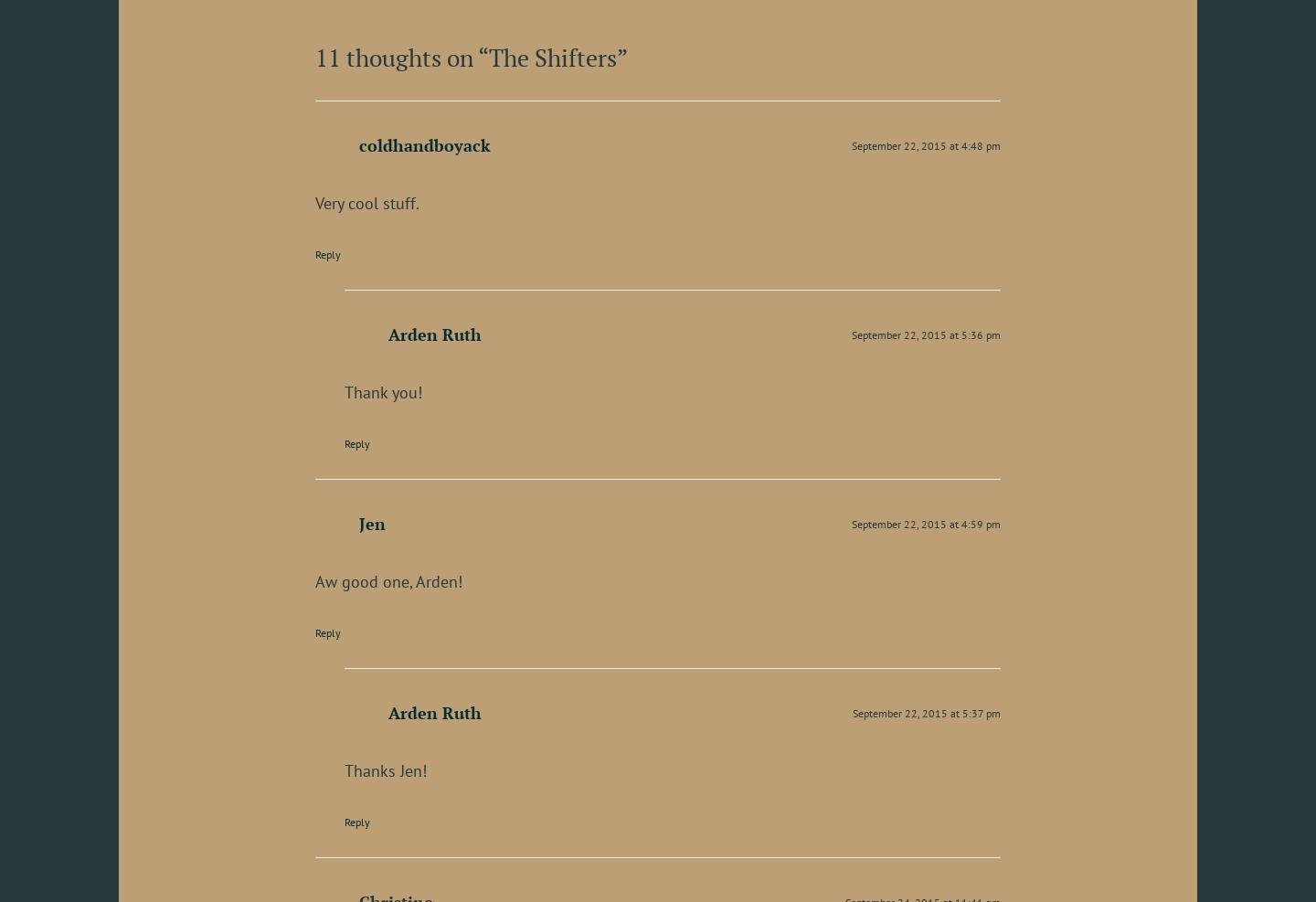  Describe the element at coordinates (424, 143) in the screenshot. I see `'coldhandboyack'` at that location.